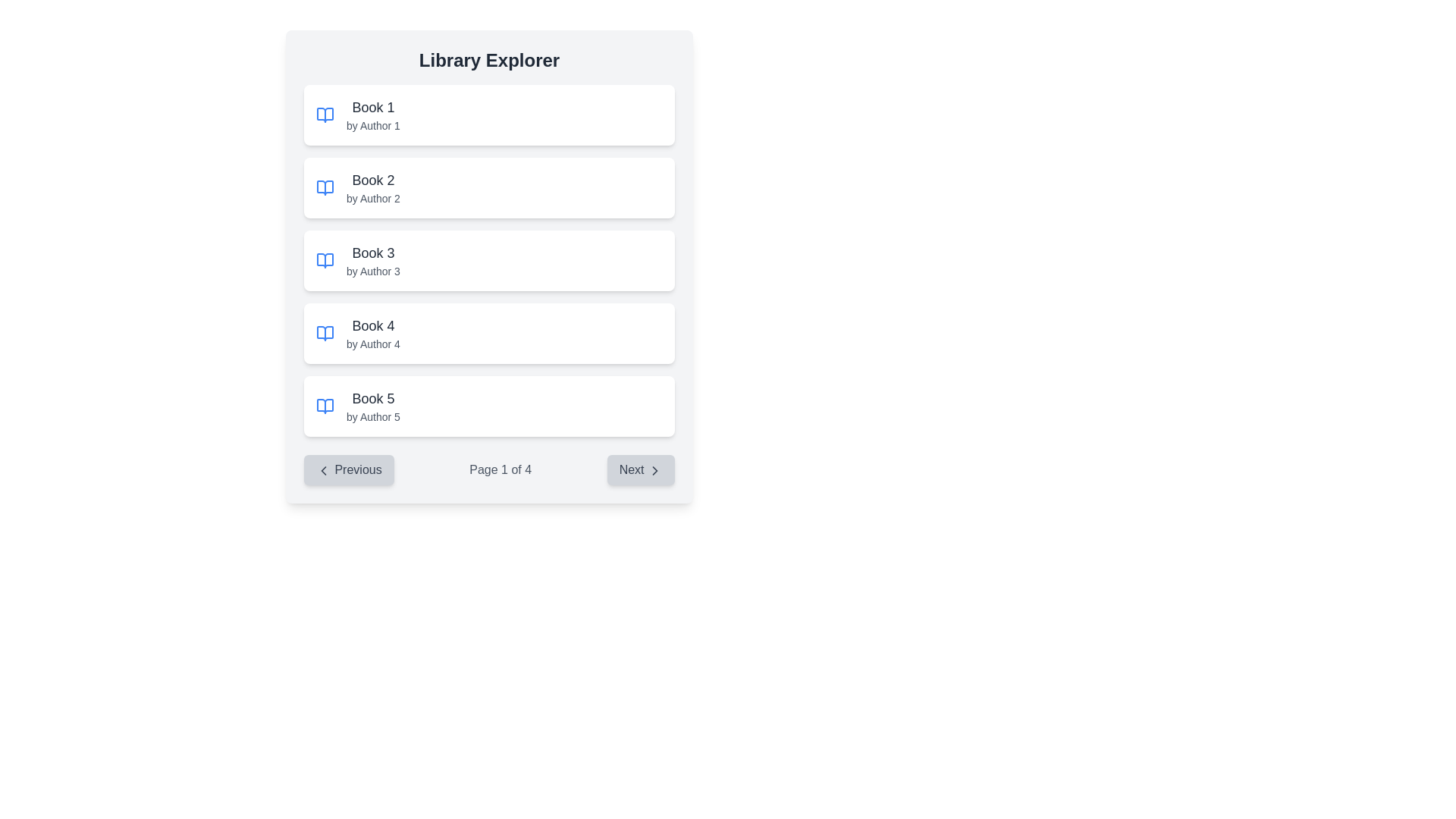 The image size is (1456, 819). I want to click on the open book icon located beside the text 'Book 5' and 'by Author 5' in the fifth position of the vertical list, so click(324, 406).